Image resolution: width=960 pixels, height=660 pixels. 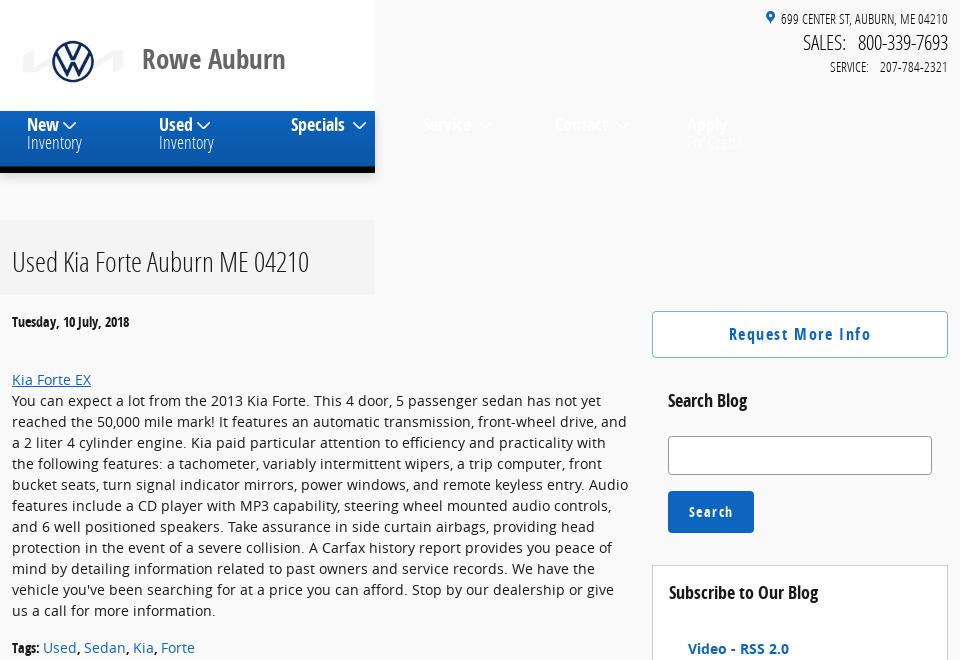 What do you see at coordinates (799, 349) in the screenshot?
I see `'Request More Info'` at bounding box center [799, 349].